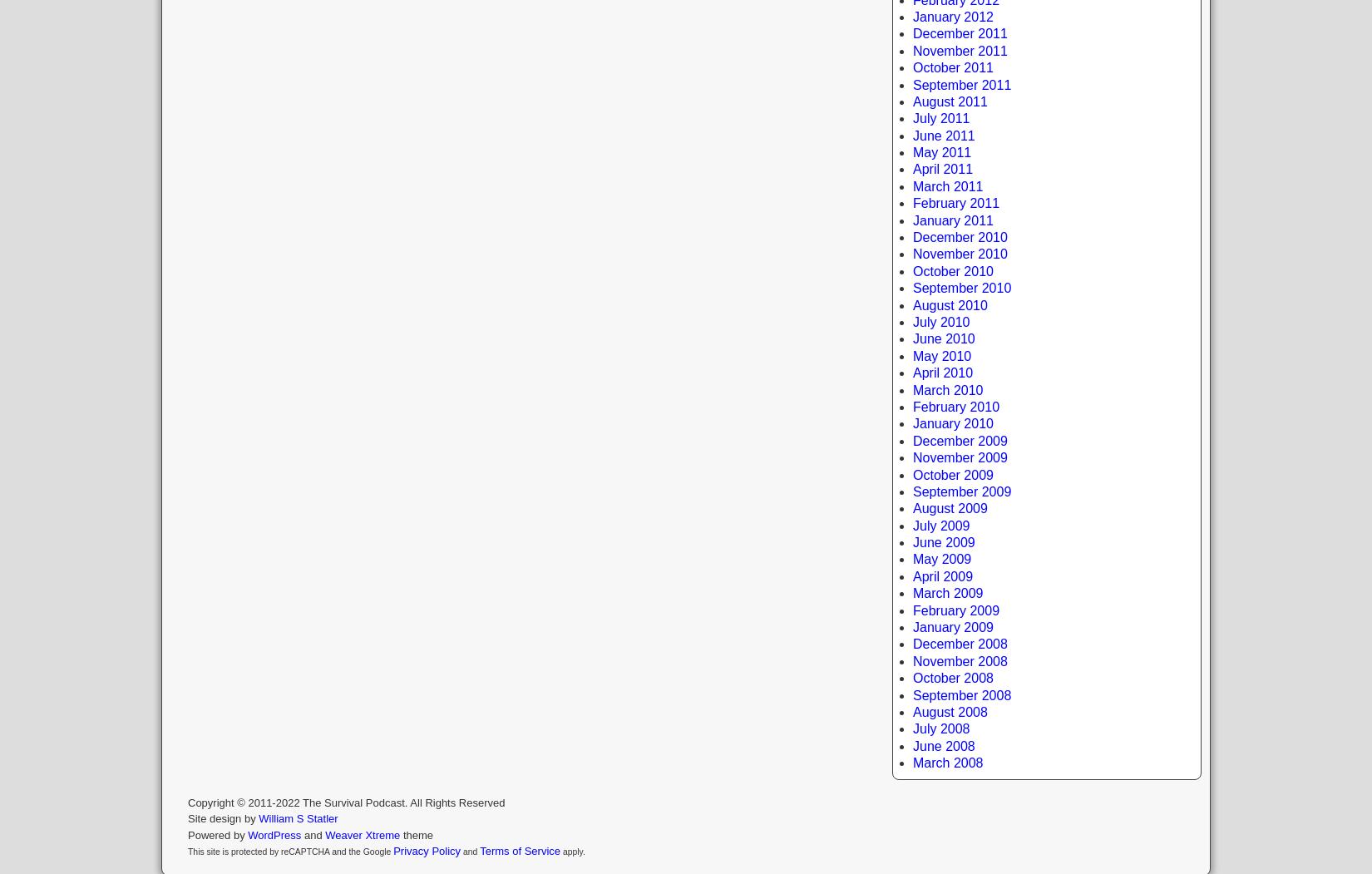 This screenshot has width=1372, height=874. I want to click on 'Terms of Service', so click(519, 850).